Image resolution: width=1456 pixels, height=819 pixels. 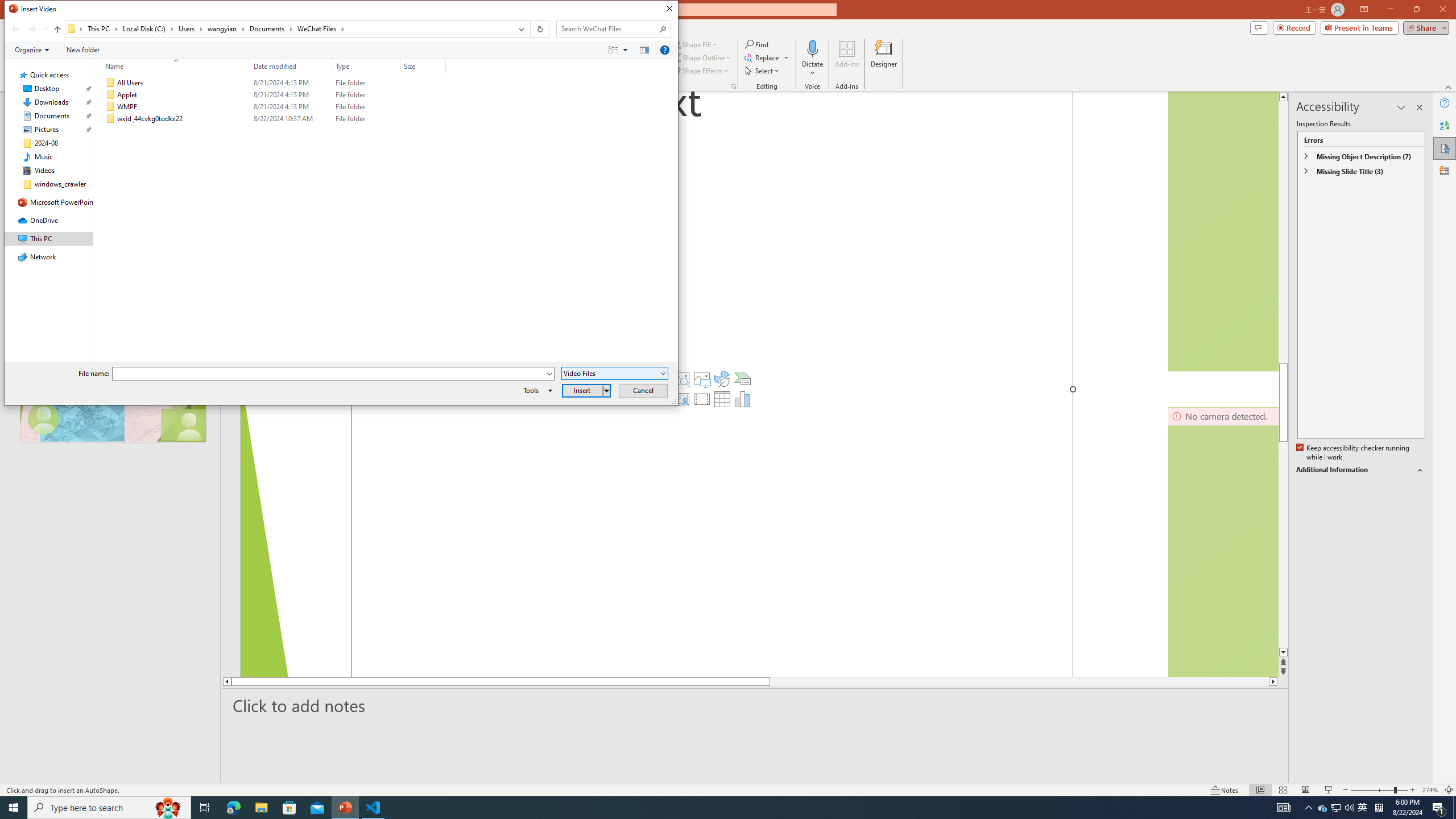 What do you see at coordinates (742, 399) in the screenshot?
I see `'Insert Chart'` at bounding box center [742, 399].